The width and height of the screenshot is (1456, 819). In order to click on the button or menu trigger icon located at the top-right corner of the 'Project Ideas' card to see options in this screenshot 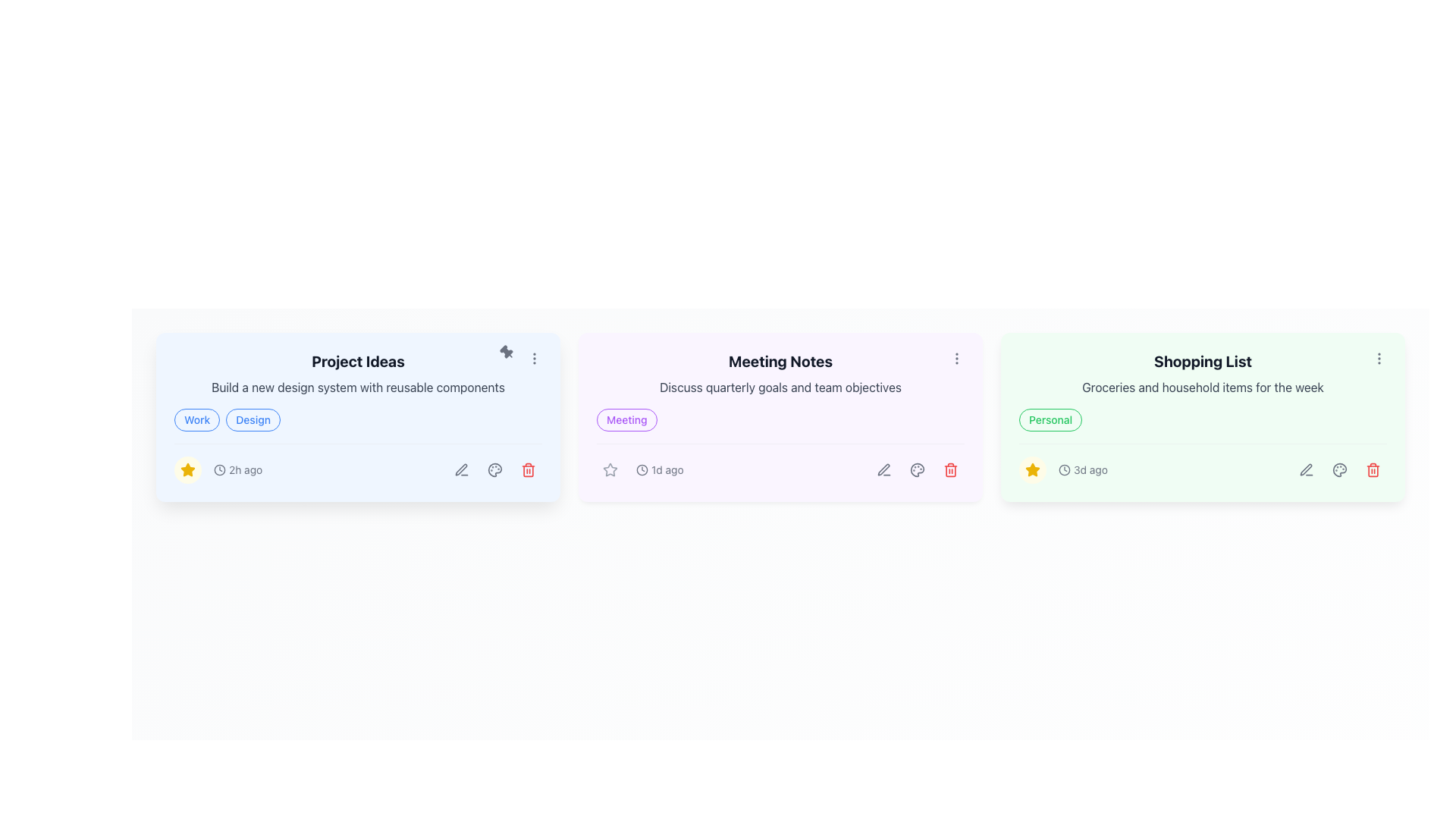, I will do `click(535, 359)`.